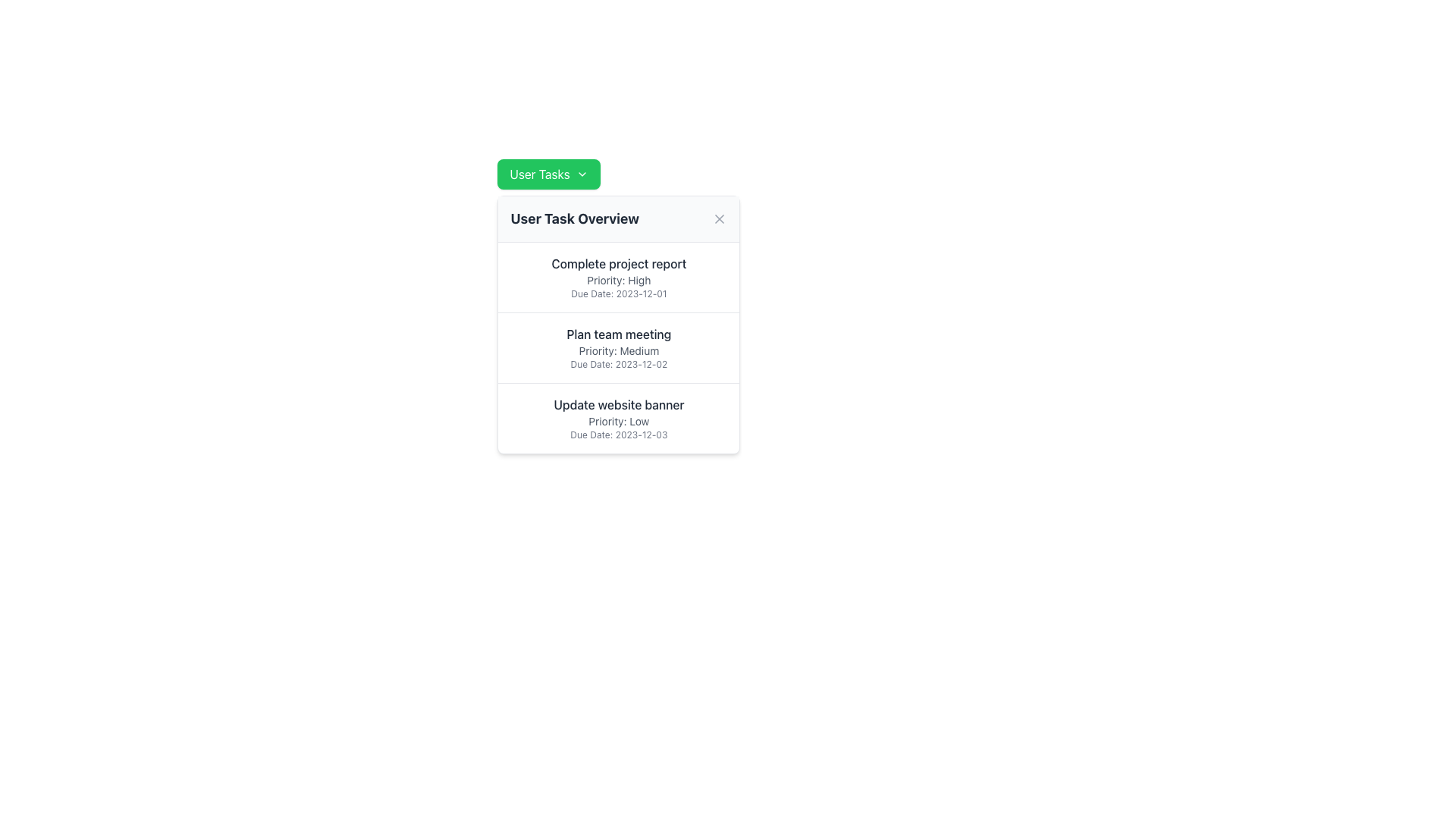 The height and width of the screenshot is (819, 1456). I want to click on the 'User Tasks' button located at the top of the white content box, so click(548, 174).